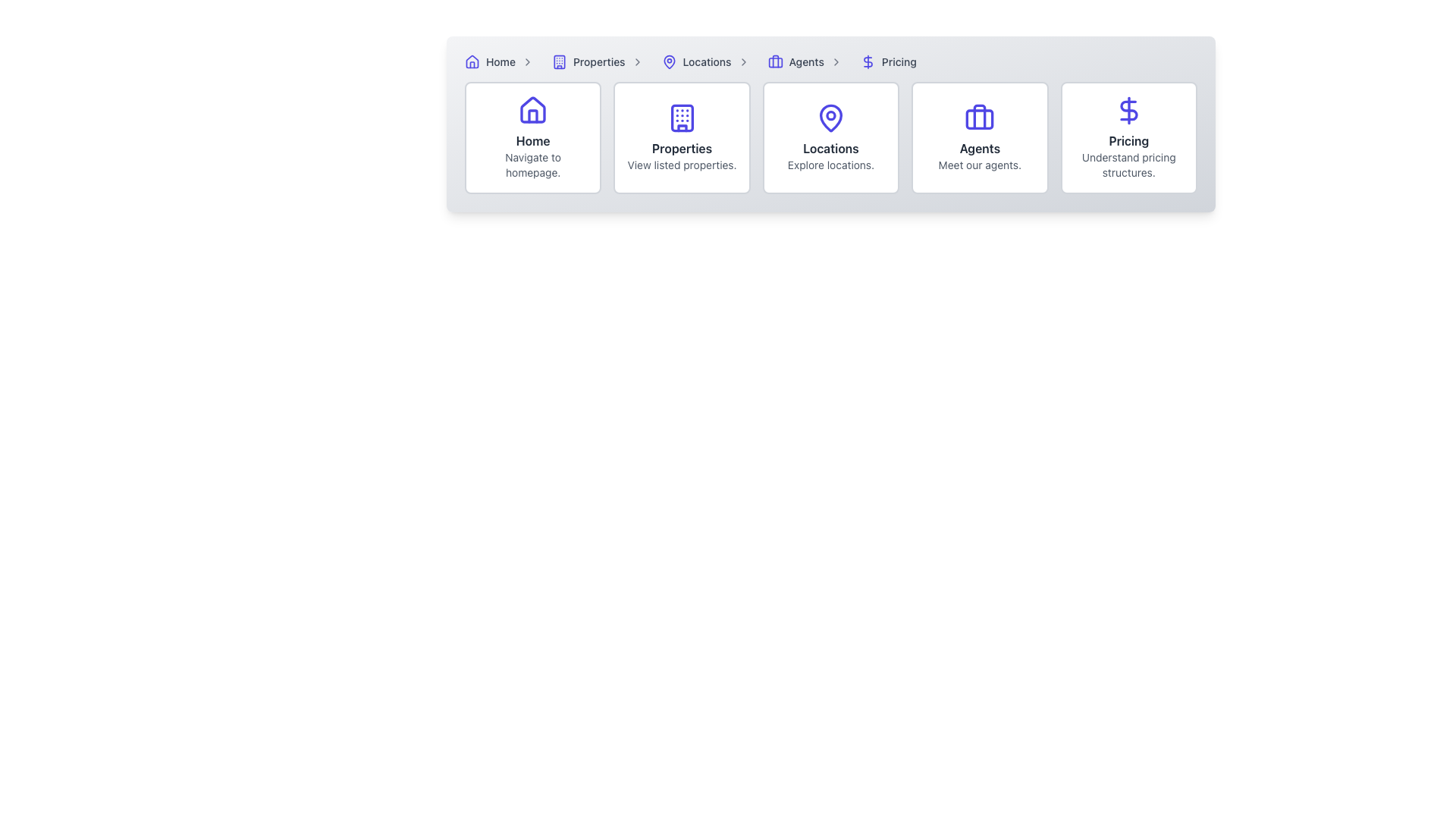  I want to click on the icon representing a building in the navigation bar, so click(559, 61).